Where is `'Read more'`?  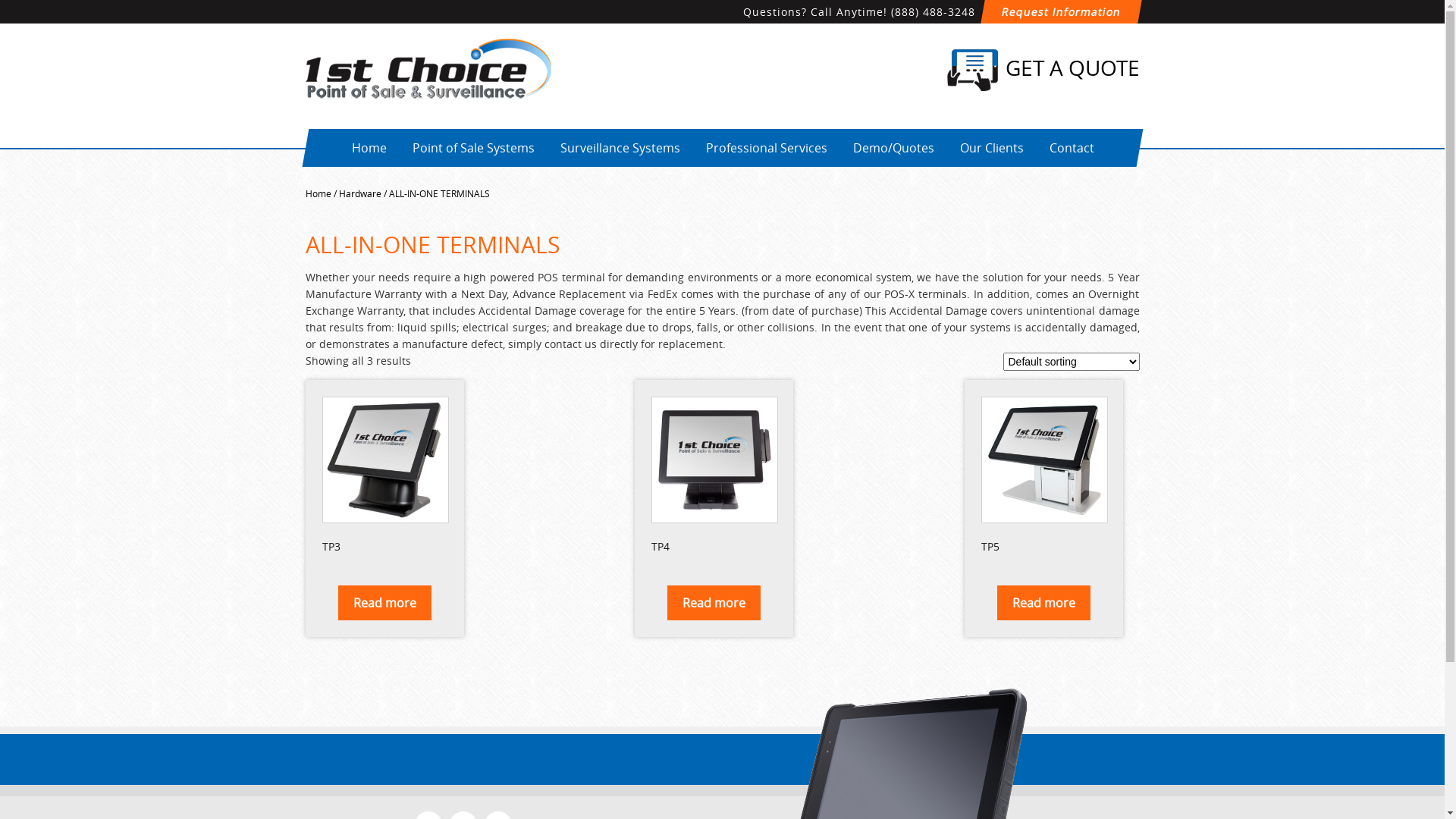
'Read more' is located at coordinates (713, 601).